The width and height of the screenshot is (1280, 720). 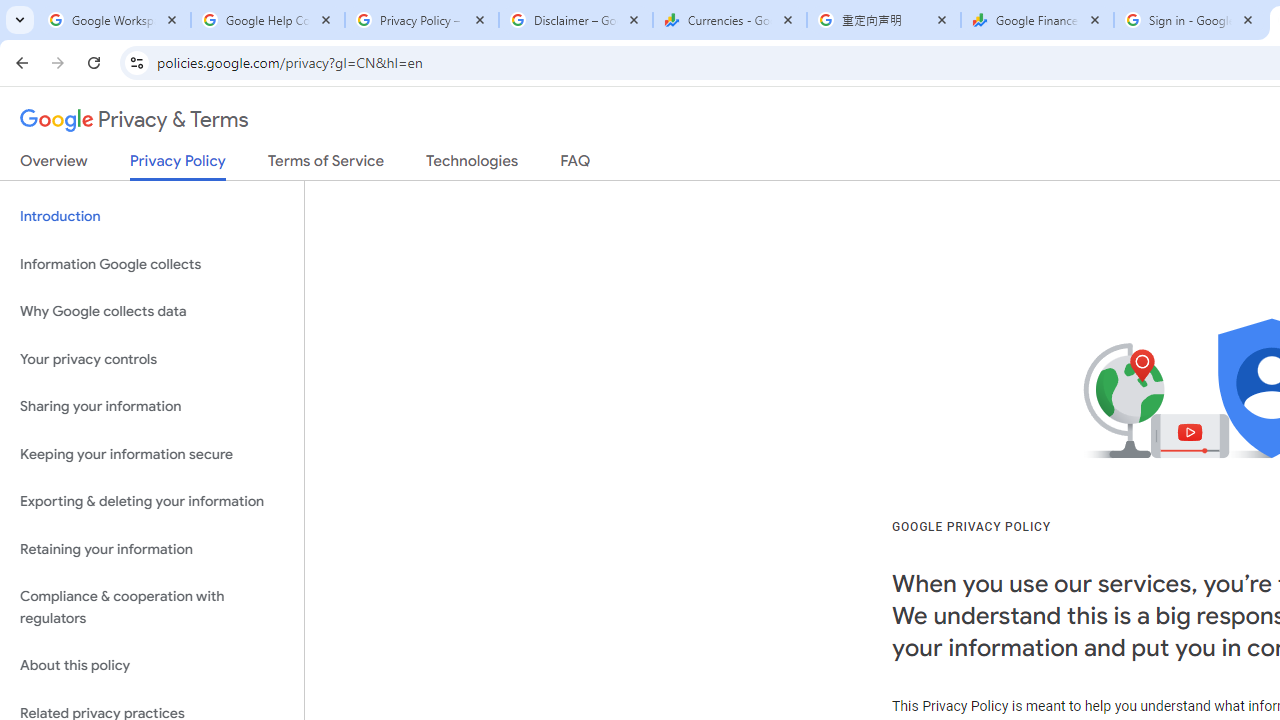 I want to click on 'Information Google collects', so click(x=151, y=263).